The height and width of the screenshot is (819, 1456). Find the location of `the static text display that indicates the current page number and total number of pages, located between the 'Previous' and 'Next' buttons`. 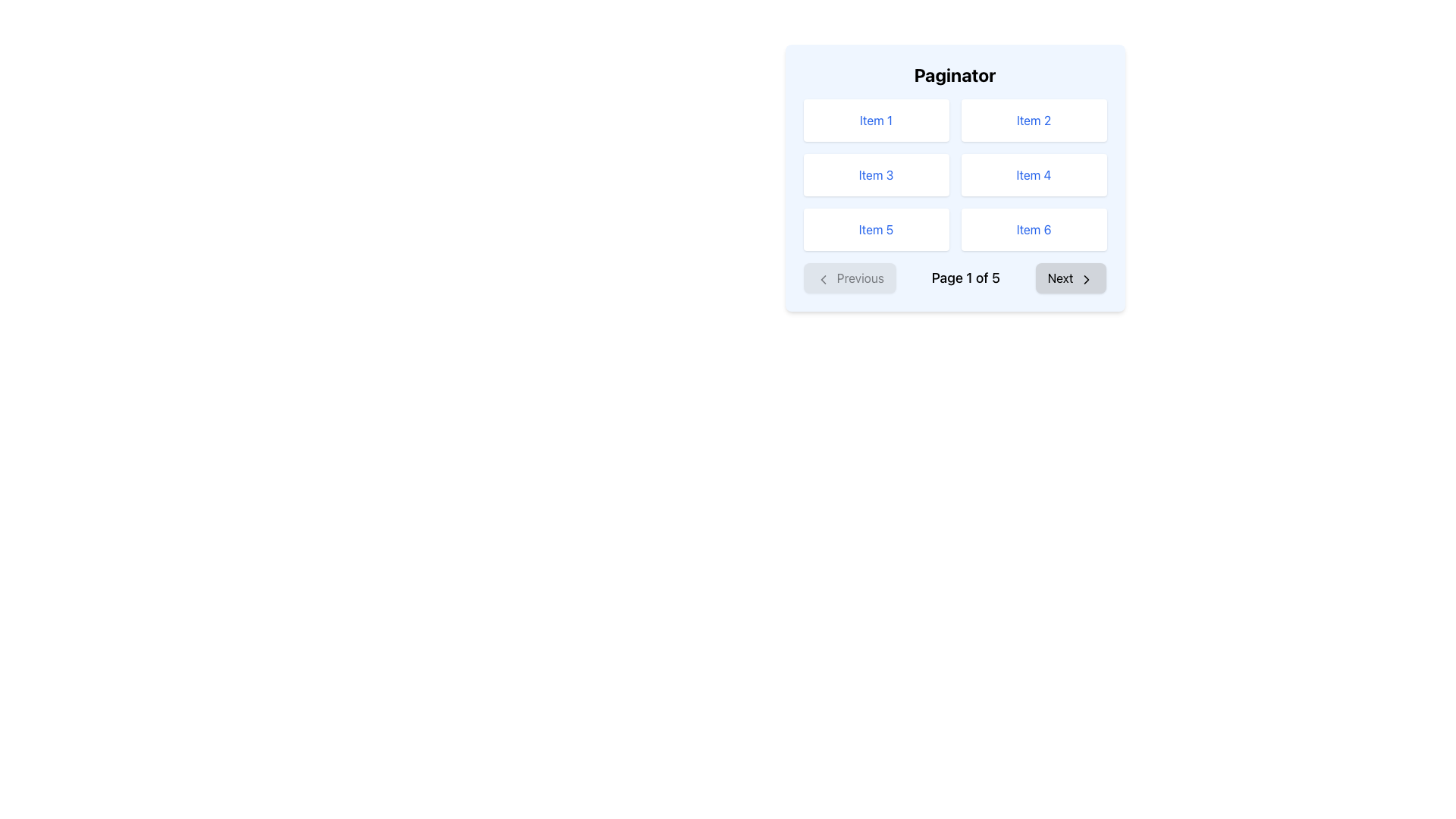

the static text display that indicates the current page number and total number of pages, located between the 'Previous' and 'Next' buttons is located at coordinates (965, 278).